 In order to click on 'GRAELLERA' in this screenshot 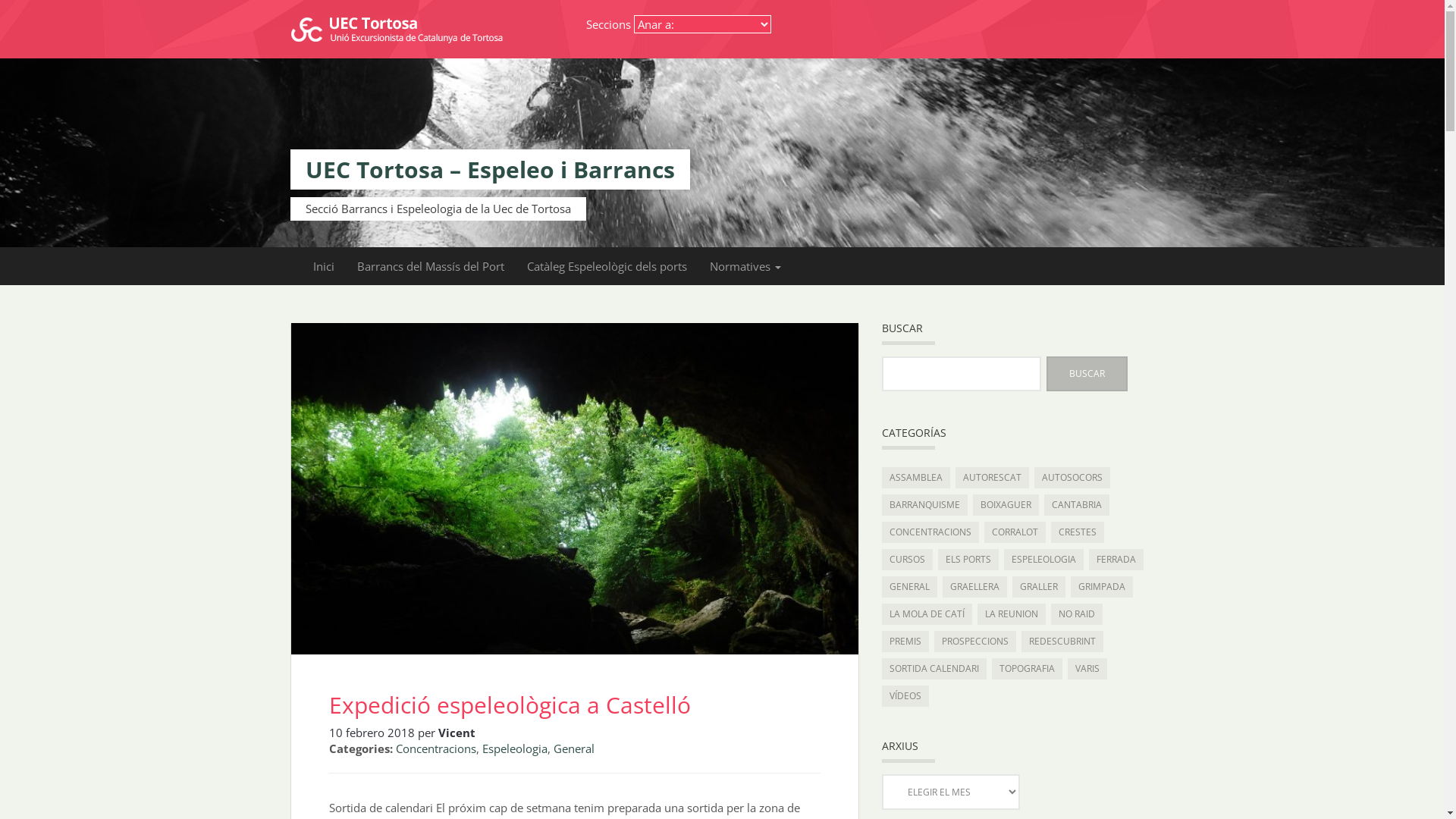, I will do `click(974, 586)`.